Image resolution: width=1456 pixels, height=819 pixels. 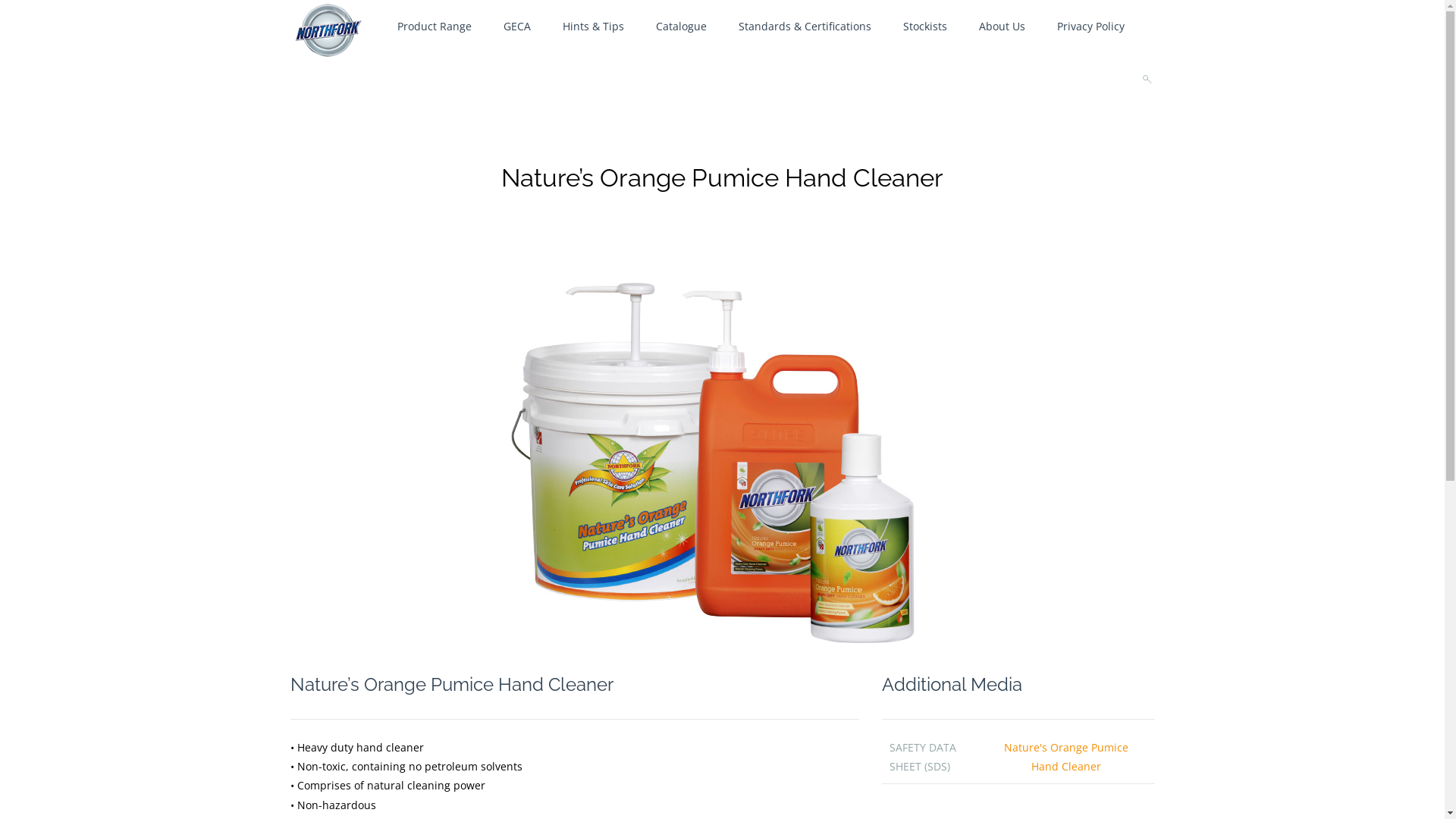 I want to click on 'Hints & Tips', so click(x=591, y=26).